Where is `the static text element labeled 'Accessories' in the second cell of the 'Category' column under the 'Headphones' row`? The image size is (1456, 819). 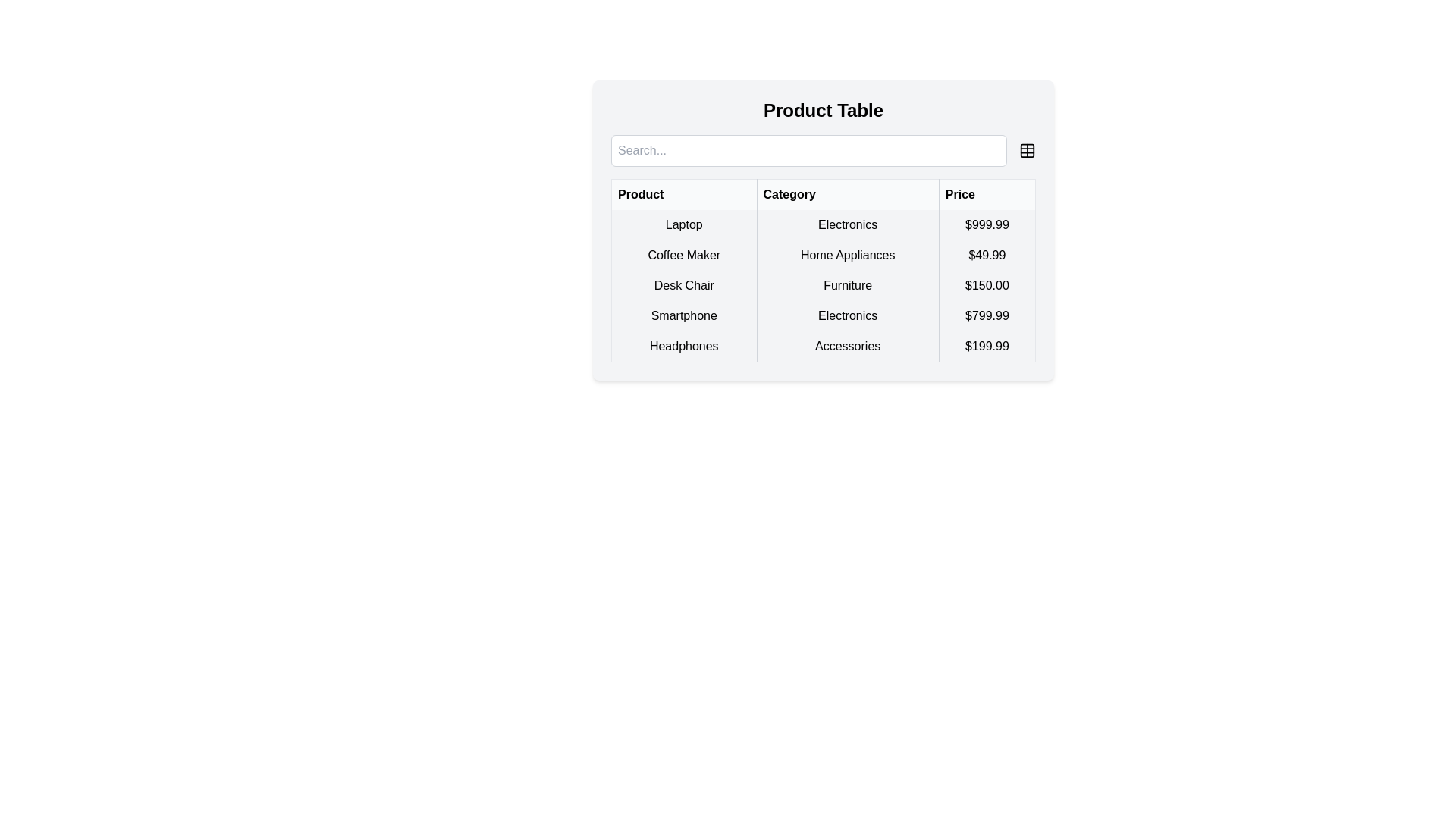
the static text element labeled 'Accessories' in the second cell of the 'Category' column under the 'Headphones' row is located at coordinates (847, 347).